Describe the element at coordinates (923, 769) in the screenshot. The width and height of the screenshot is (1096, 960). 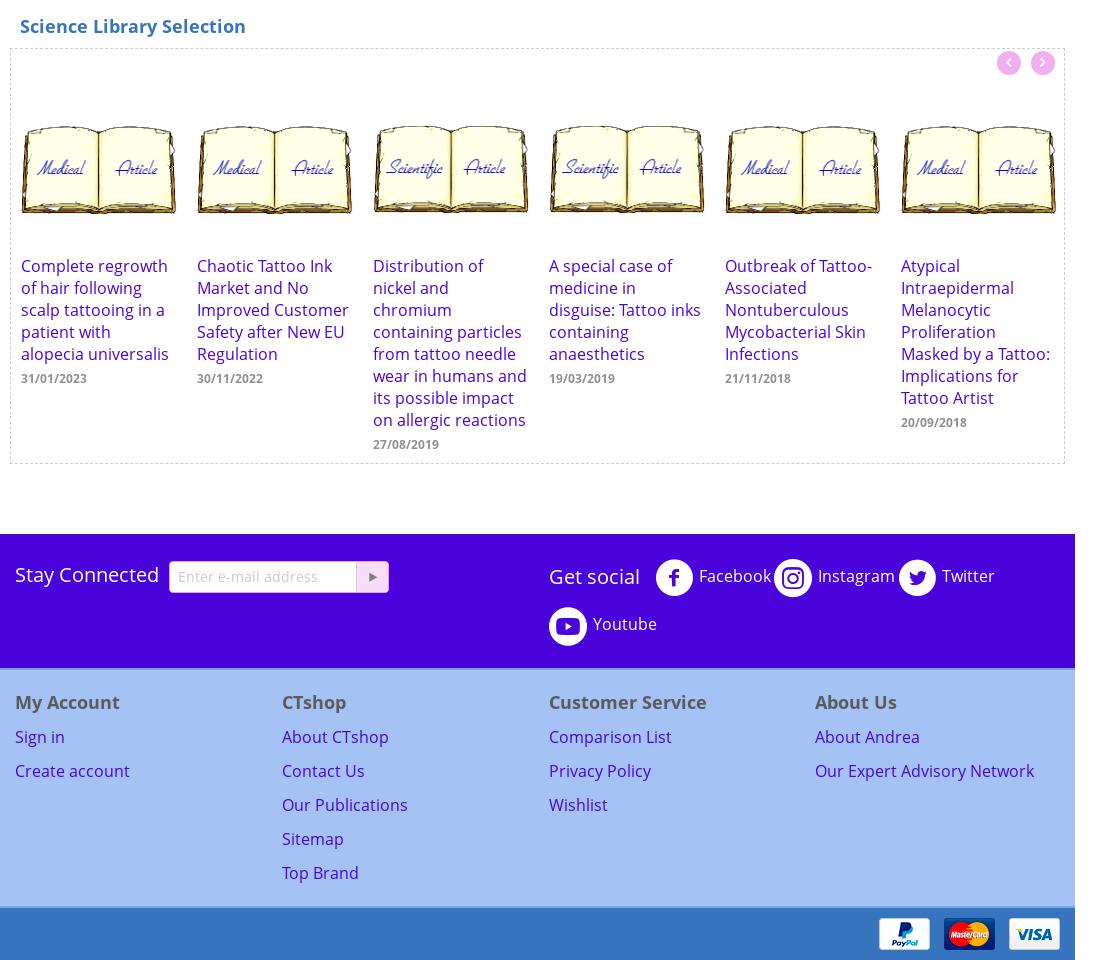
I see `'Our Expert Advisory Network'` at that location.